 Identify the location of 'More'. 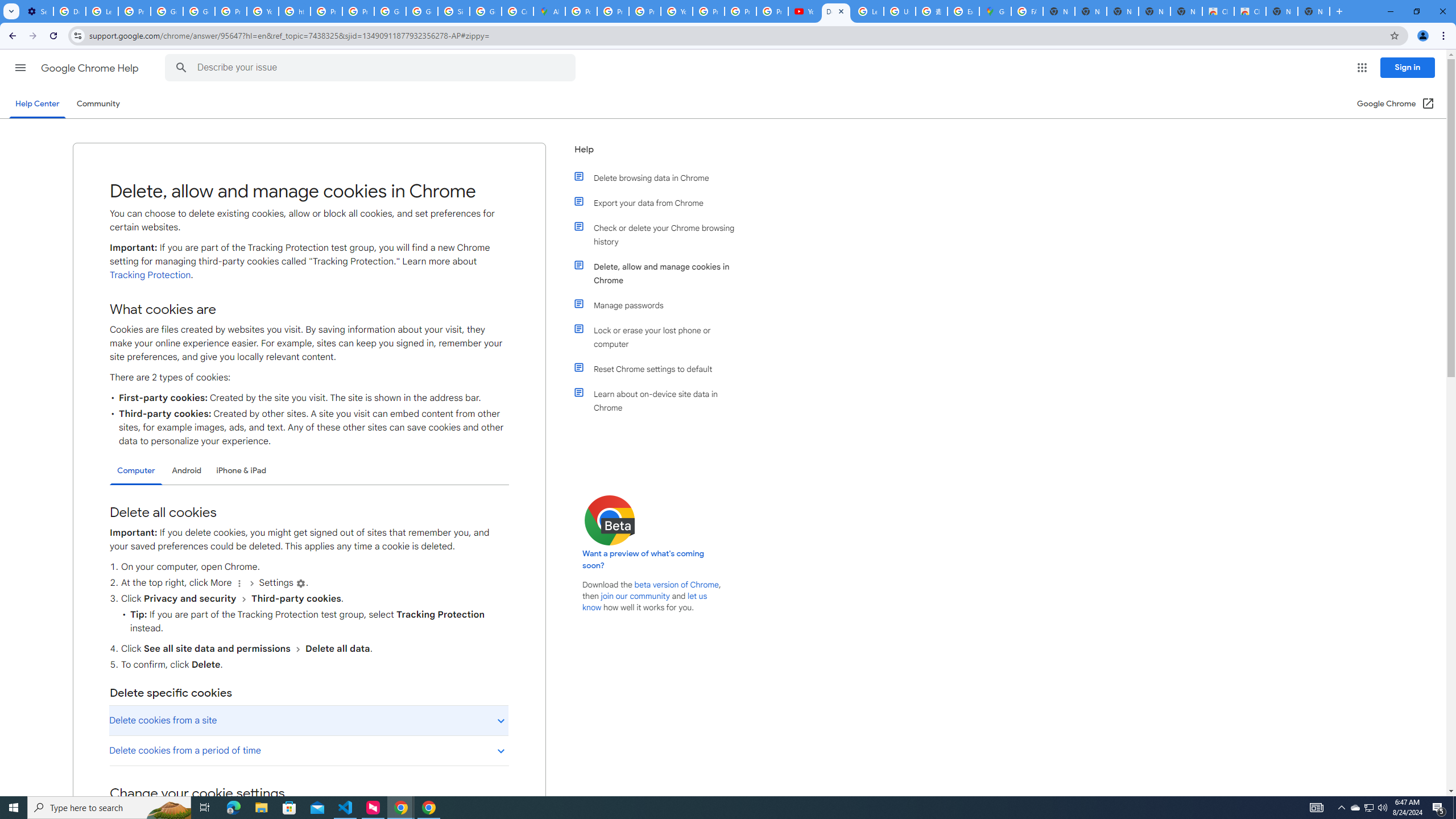
(239, 584).